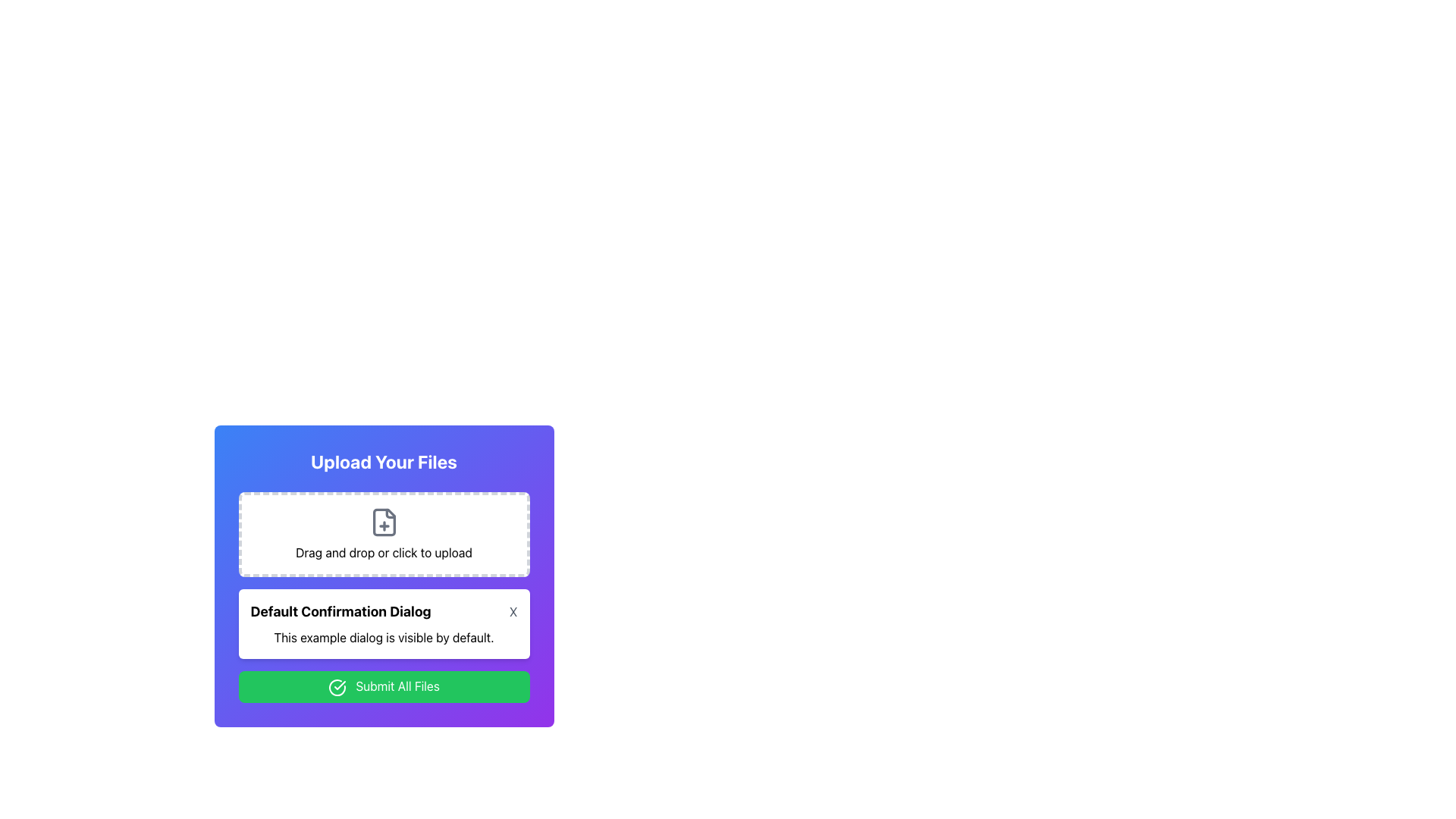 The image size is (1456, 819). Describe the element at coordinates (337, 687) in the screenshot. I see `the green circular icon with a checkmark located to the left of the 'Submit All Files' button` at that location.